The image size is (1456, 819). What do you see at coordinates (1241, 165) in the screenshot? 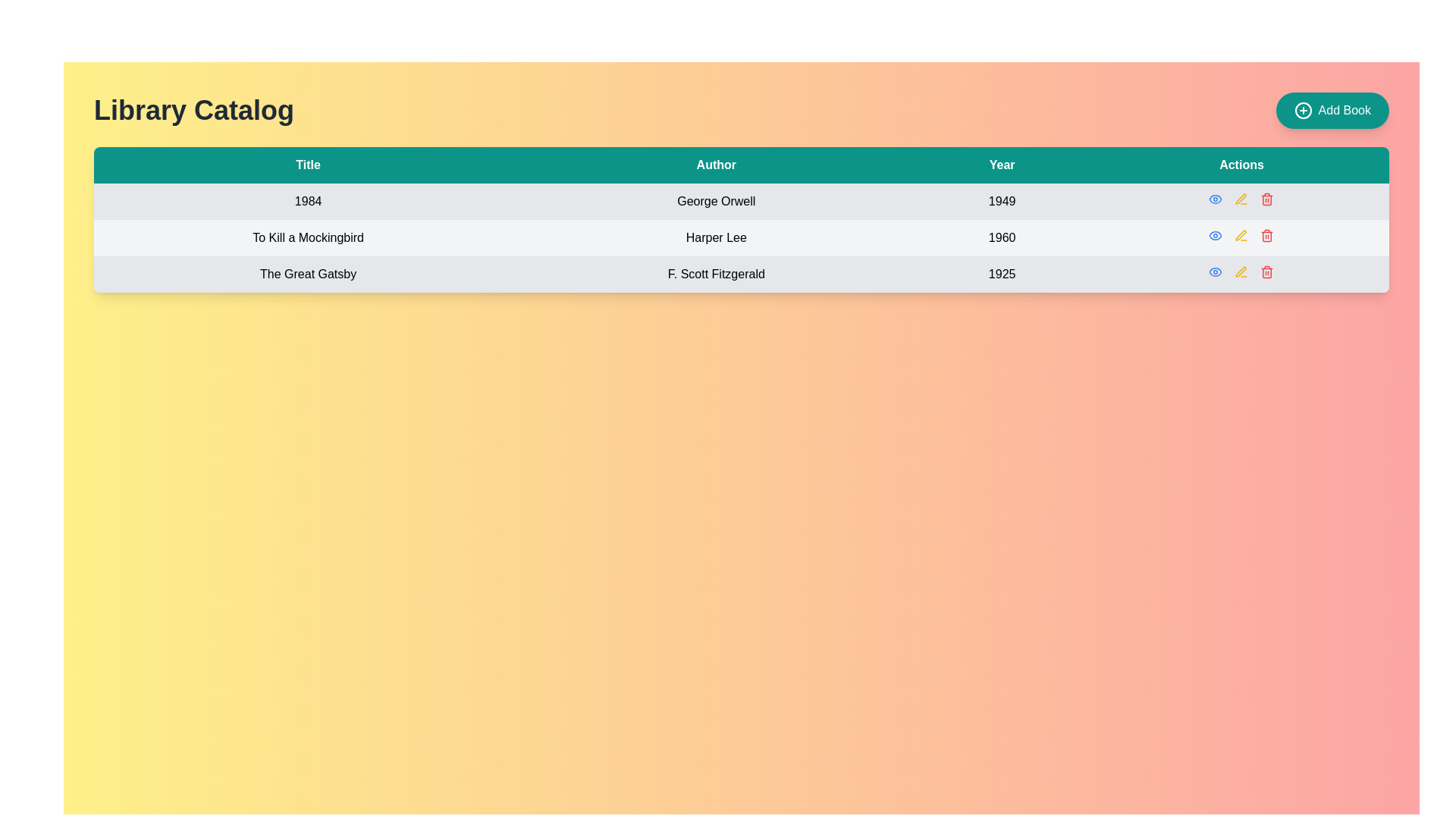
I see `the 'Actions' column header in the table, which has a green background and white text, located at the top right quadrant of the table` at bounding box center [1241, 165].